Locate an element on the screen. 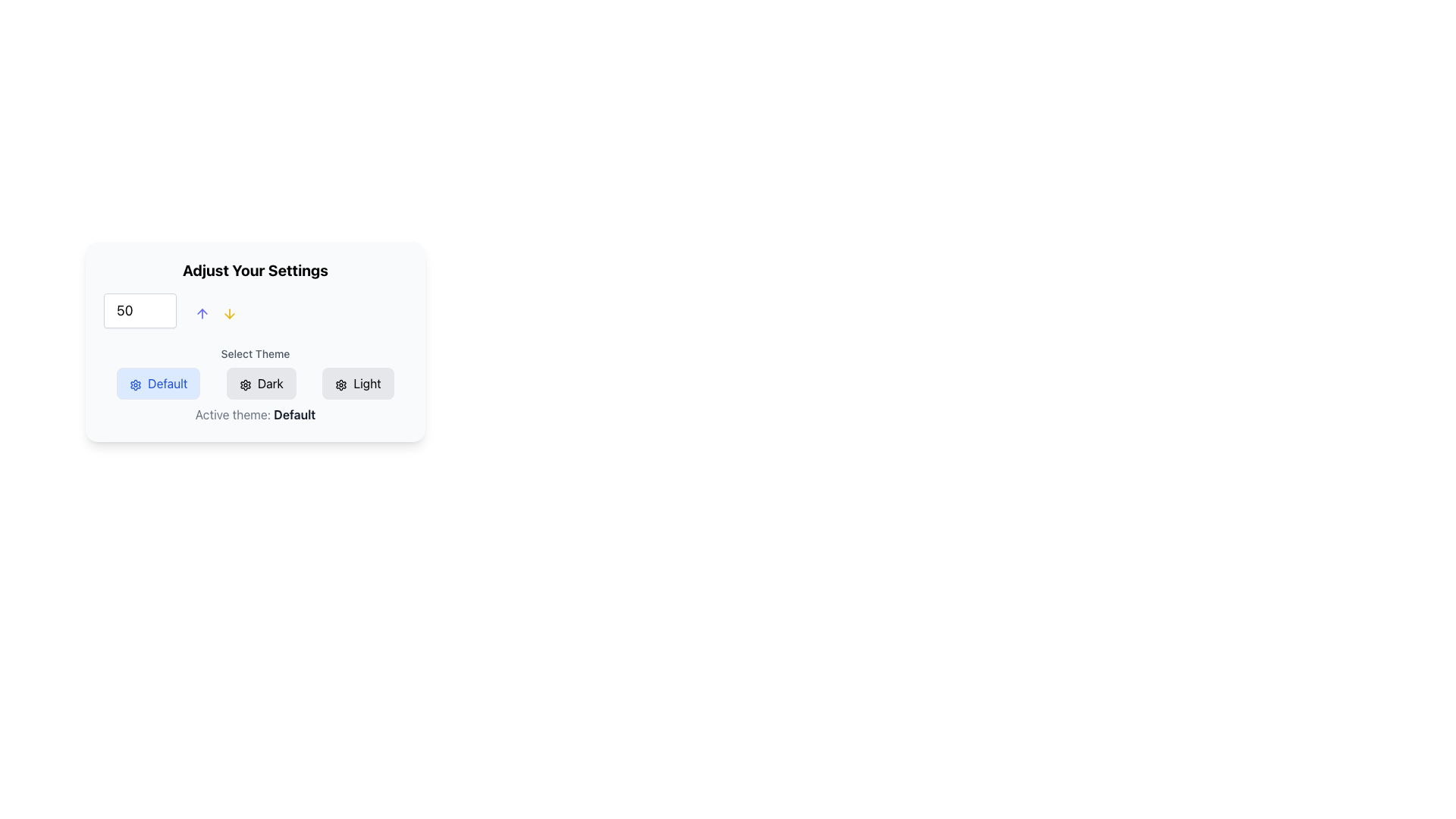 The width and height of the screenshot is (1456, 819). the 'Light' theme button, which is the third button under the 'Select Theme' label is located at coordinates (357, 382).